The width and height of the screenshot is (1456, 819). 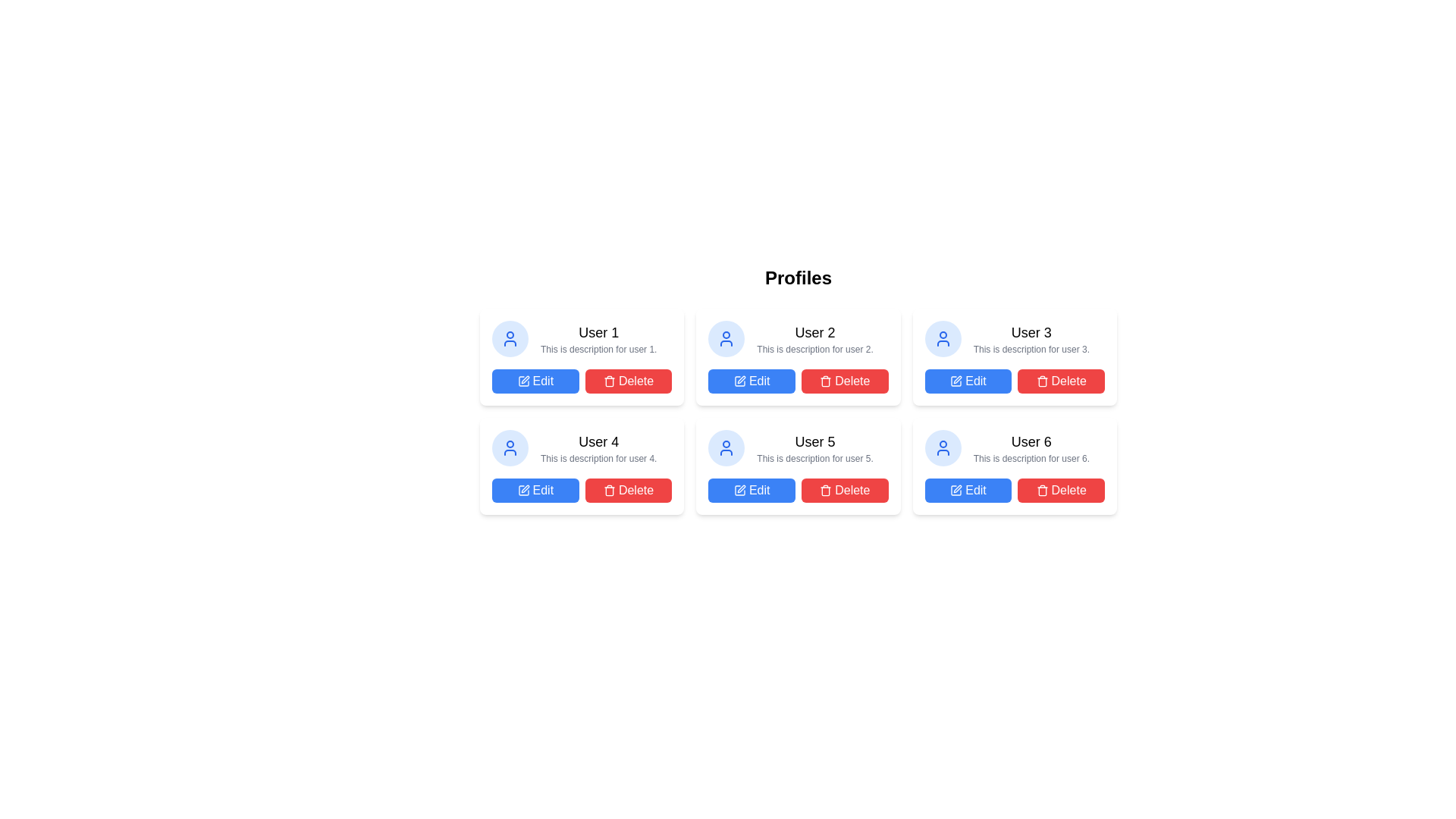 What do you see at coordinates (1031, 332) in the screenshot?
I see `the text label displaying 'User 3', which is styled with medium font weight and larger font size, located above another text element in a profile card layout` at bounding box center [1031, 332].